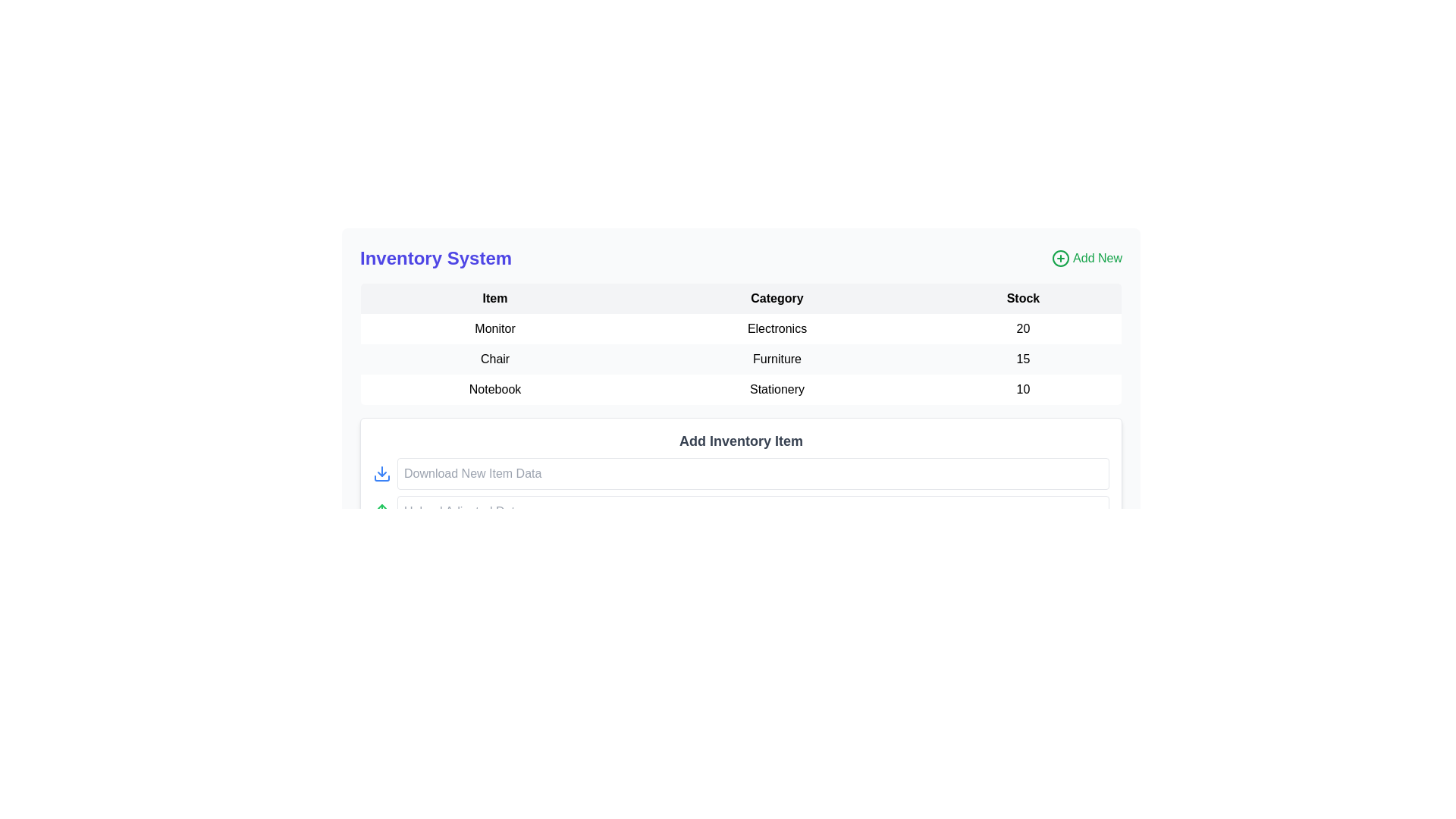 Image resolution: width=1456 pixels, height=819 pixels. I want to click on the green button with a circular plus icon located in the top-right corner of the 'Inventory System' to trigger a tooltip or highlight effect, so click(1086, 257).